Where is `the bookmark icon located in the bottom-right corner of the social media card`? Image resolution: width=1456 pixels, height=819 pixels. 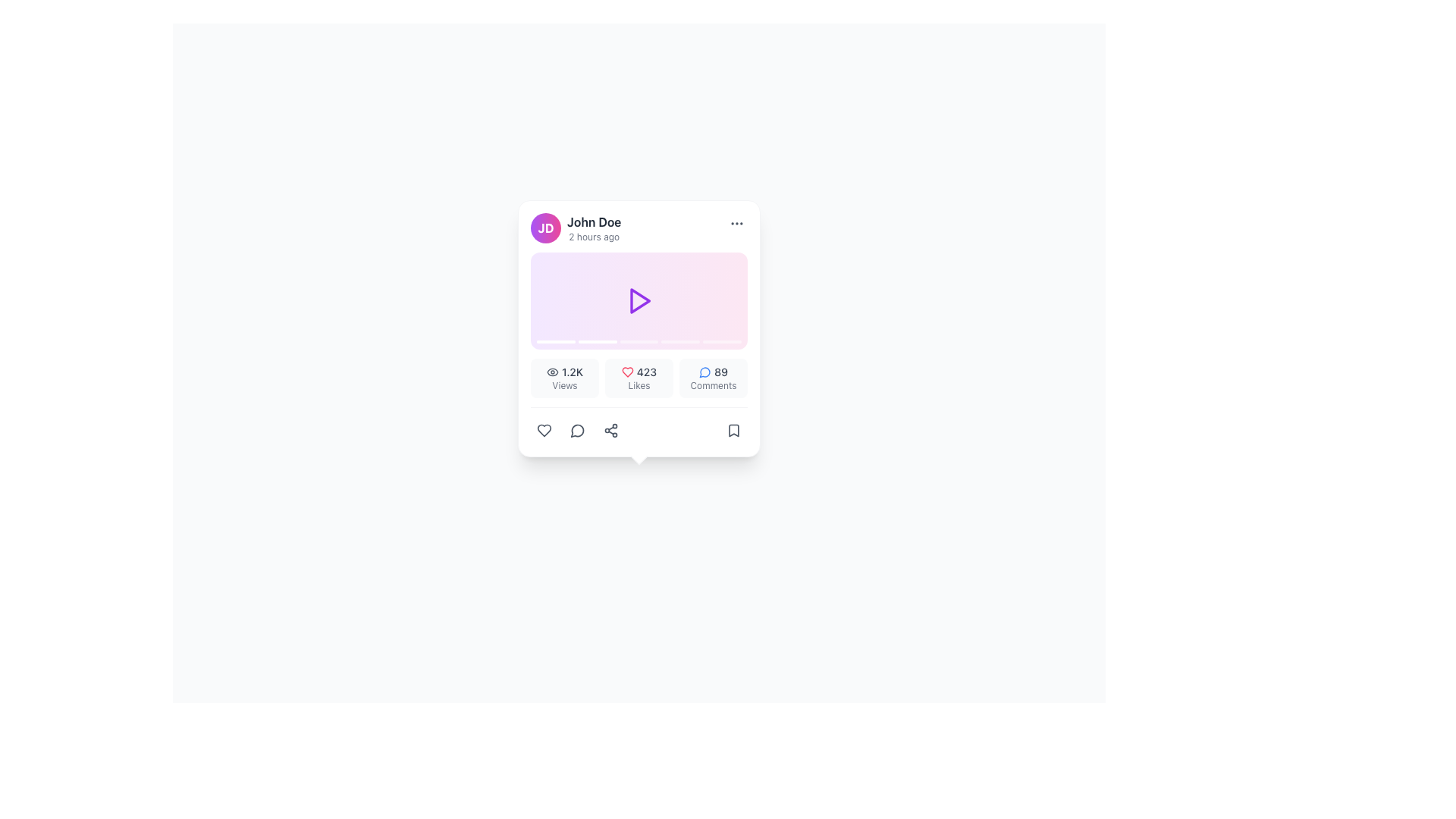 the bookmark icon located in the bottom-right corner of the social media card is located at coordinates (734, 430).